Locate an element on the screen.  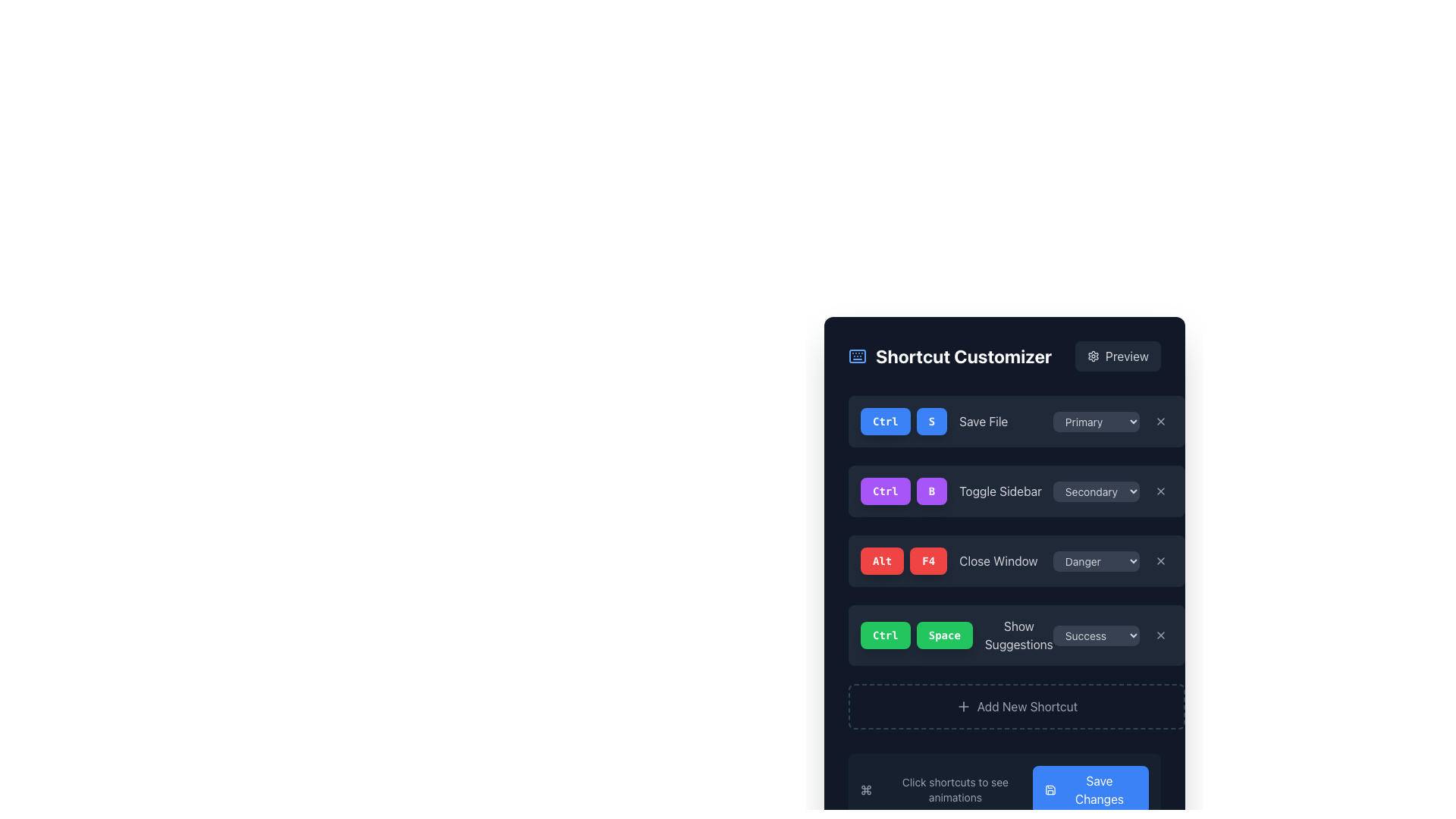
the text label displaying the message 'Click shortcuts is located at coordinates (954, 789).